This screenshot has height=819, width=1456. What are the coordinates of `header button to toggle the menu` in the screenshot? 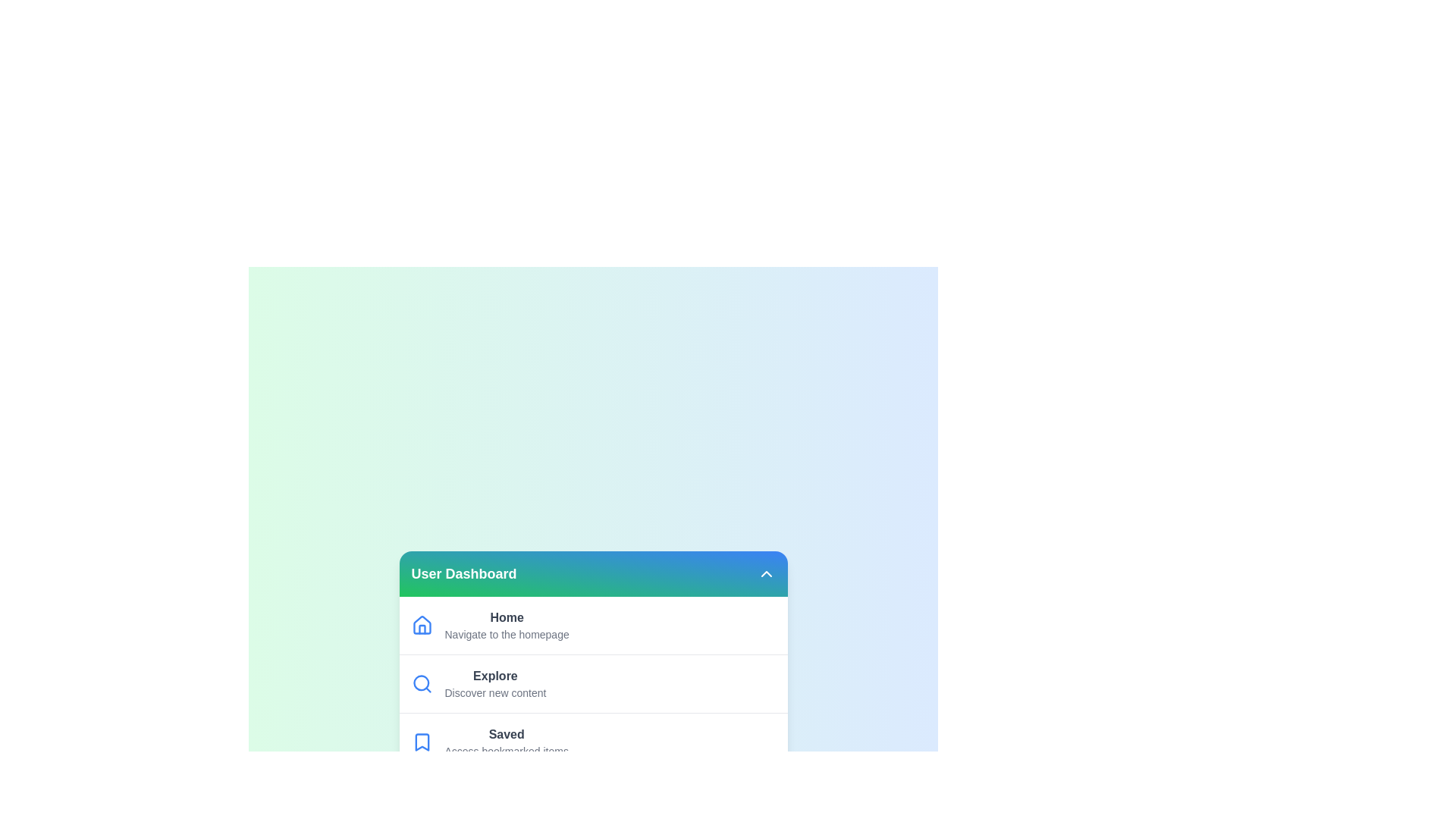 It's located at (766, 573).